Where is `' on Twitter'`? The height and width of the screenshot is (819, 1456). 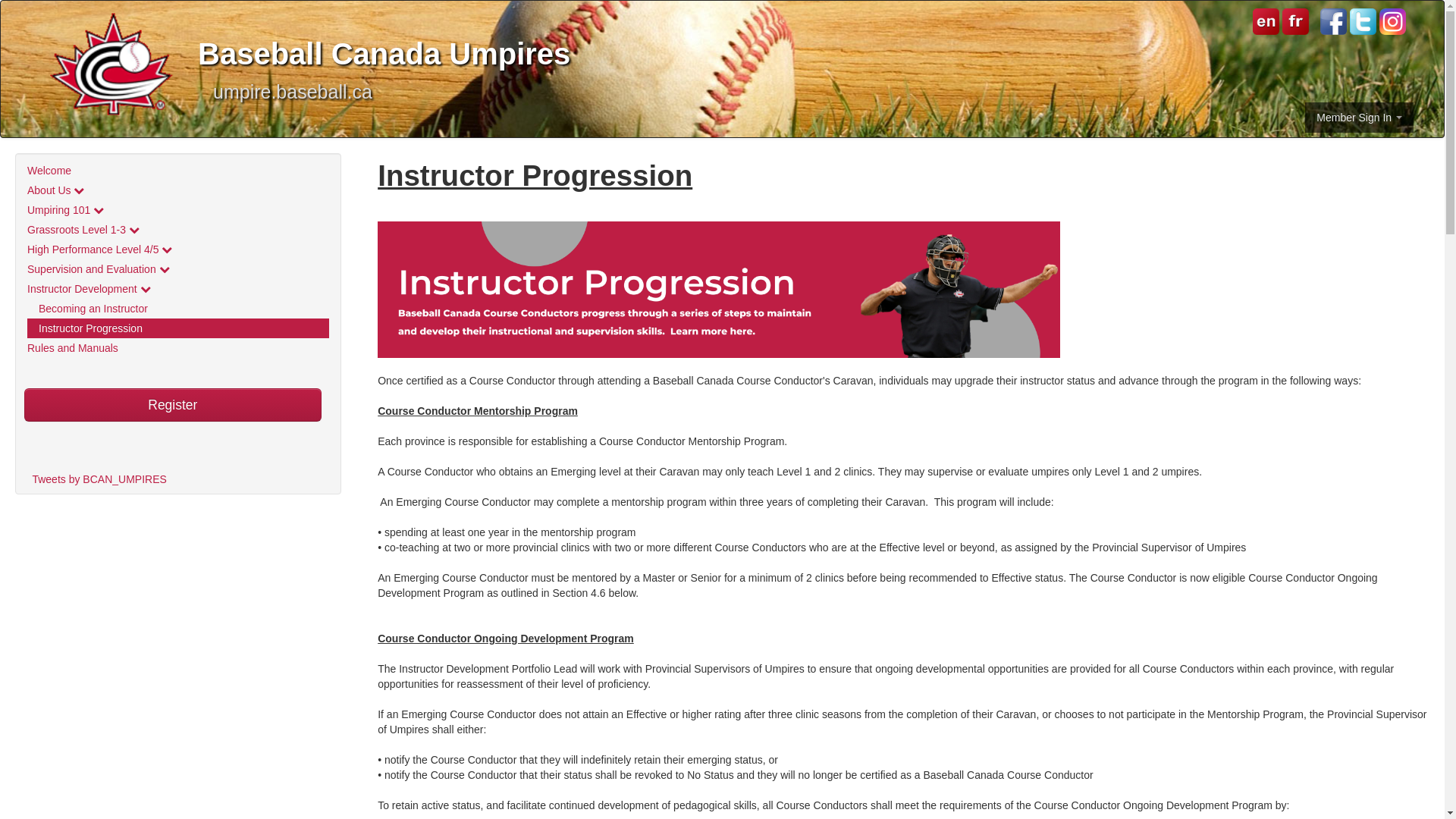
' on Twitter' is located at coordinates (1363, 21).